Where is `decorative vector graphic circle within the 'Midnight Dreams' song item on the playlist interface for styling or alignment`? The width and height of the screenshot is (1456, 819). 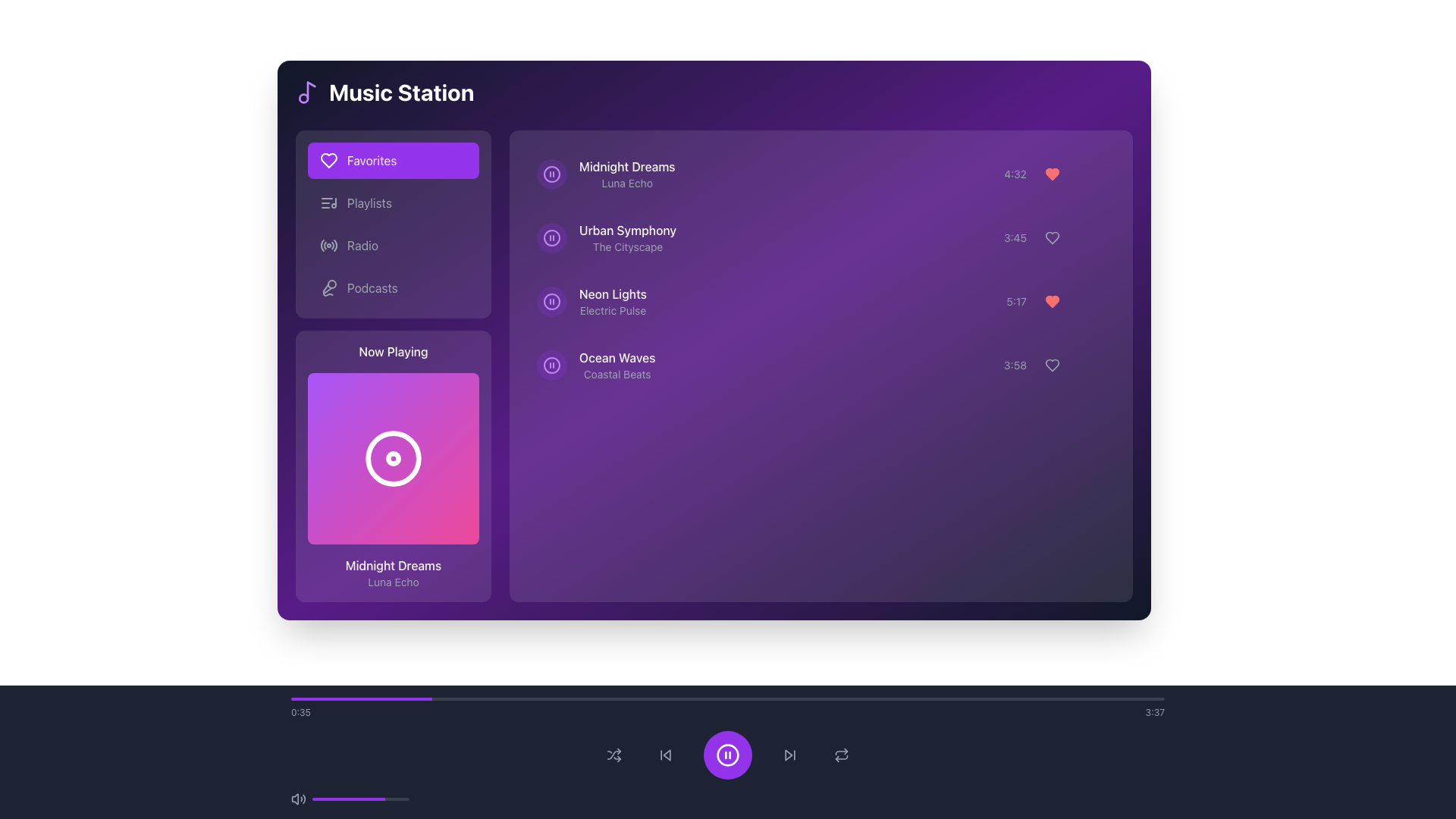 decorative vector graphic circle within the 'Midnight Dreams' song item on the playlist interface for styling or alignment is located at coordinates (551, 174).